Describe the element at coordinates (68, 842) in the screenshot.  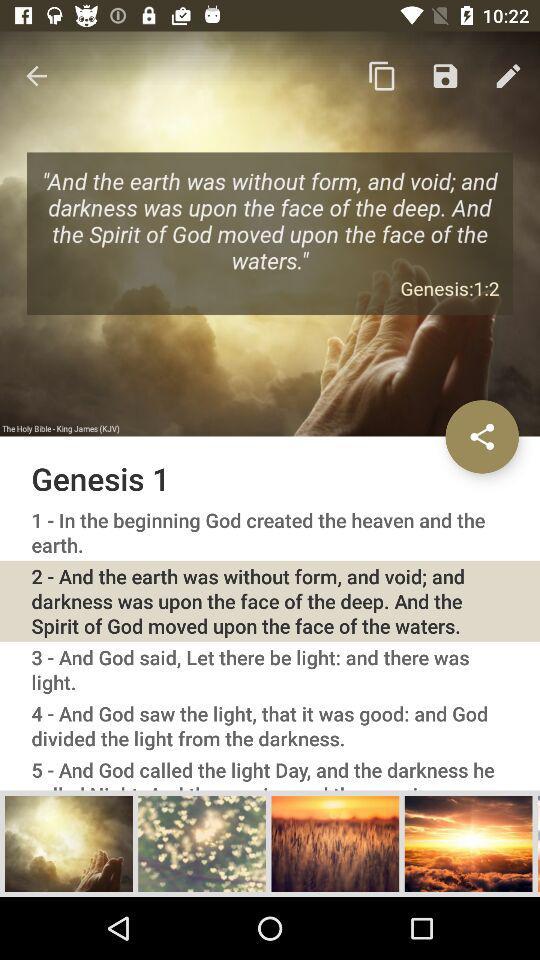
I see `show this verse` at that location.